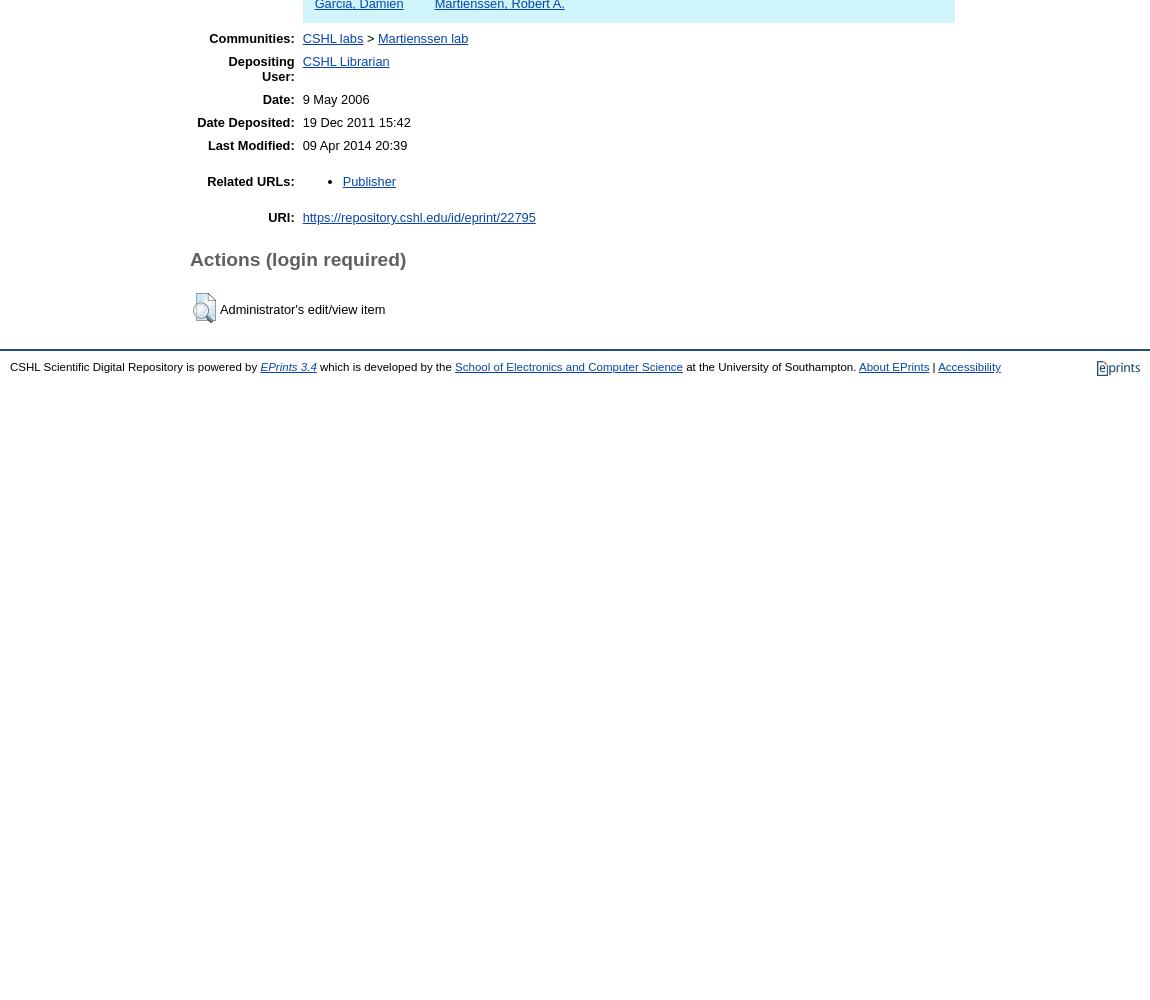 The image size is (1150, 1000). I want to click on 'which is developed by the', so click(385, 366).